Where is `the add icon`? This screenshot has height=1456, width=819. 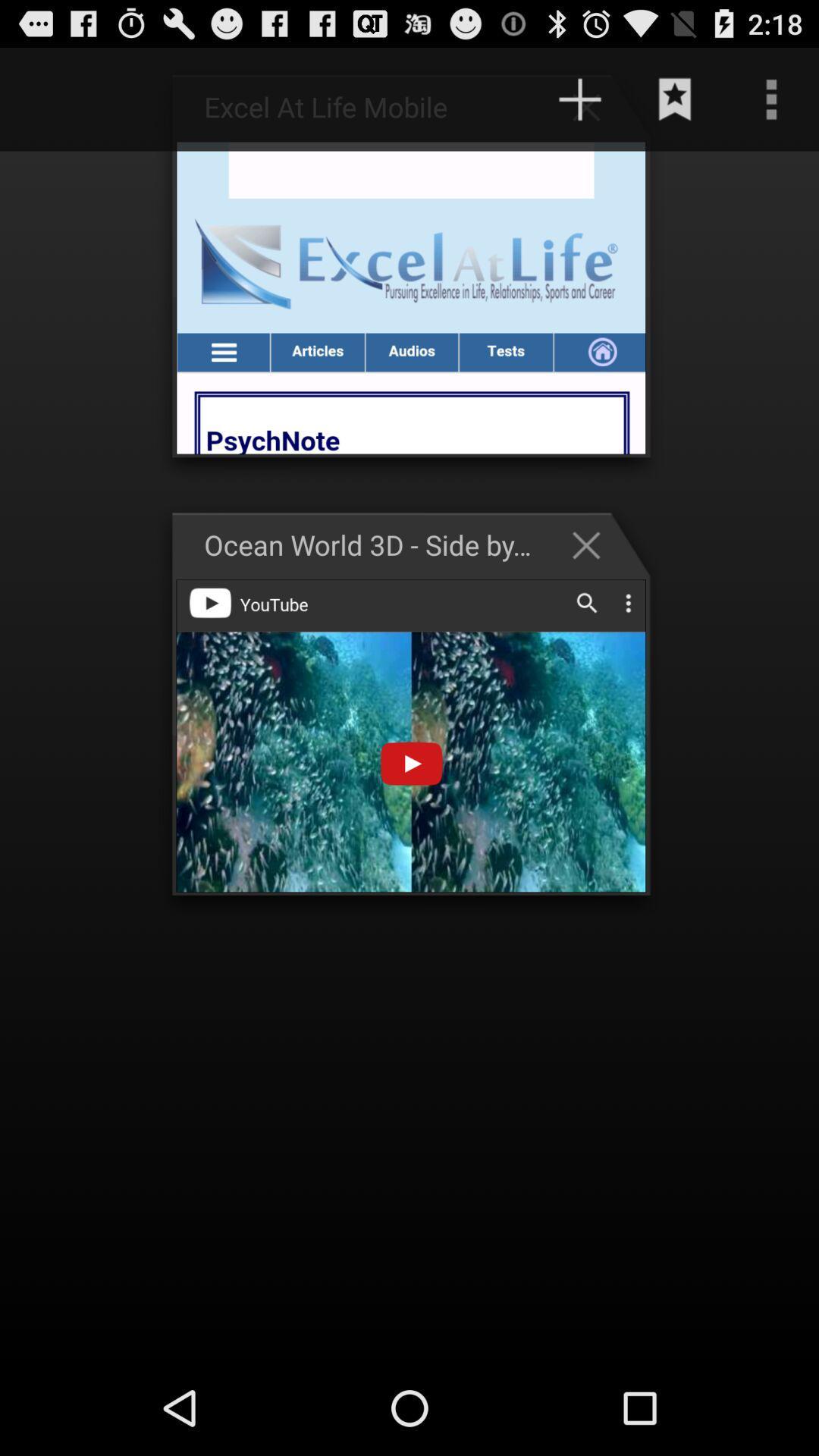
the add icon is located at coordinates (593, 113).